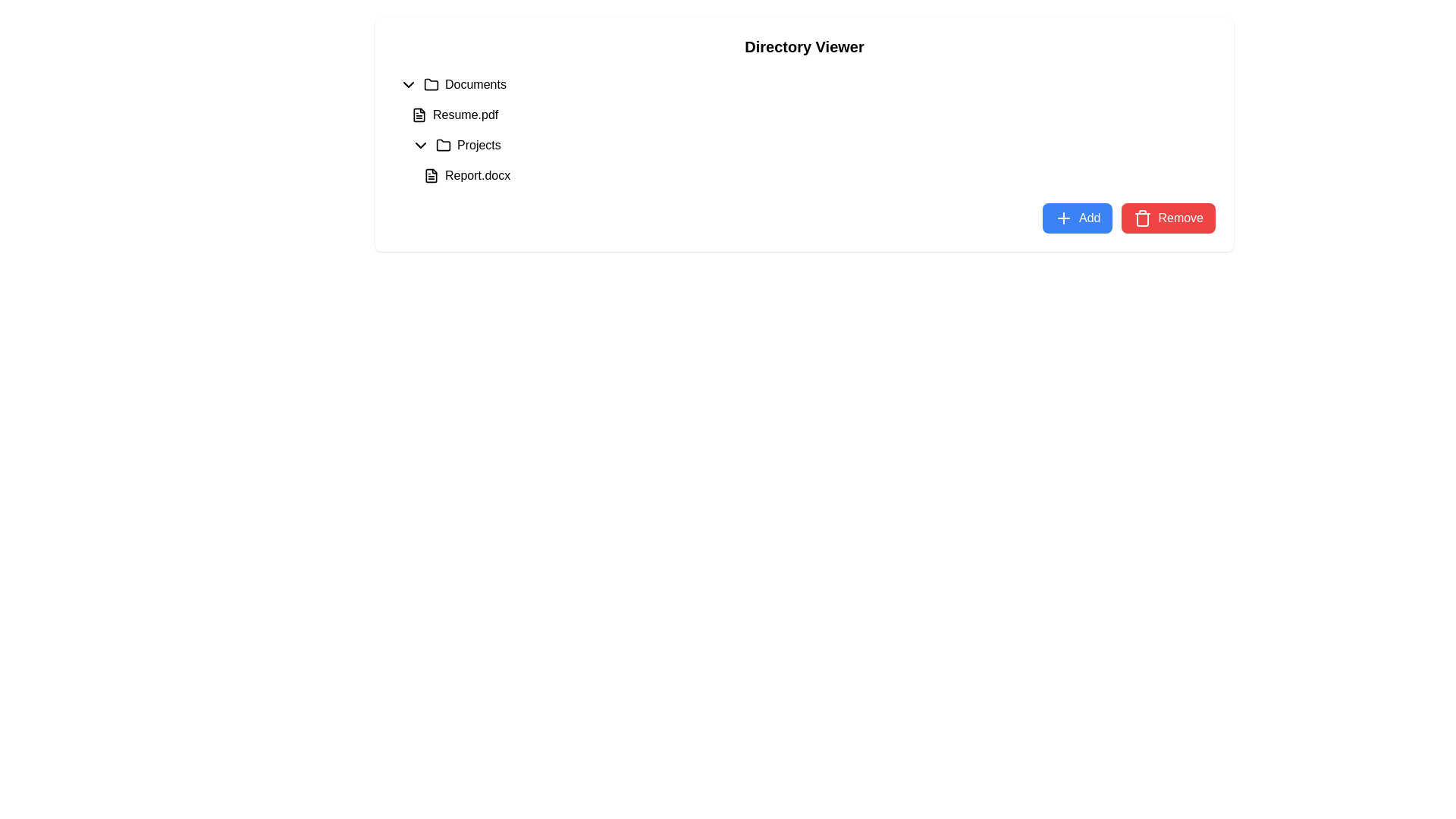 The image size is (1456, 819). What do you see at coordinates (408, 84) in the screenshot?
I see `the Chevron icon` at bounding box center [408, 84].